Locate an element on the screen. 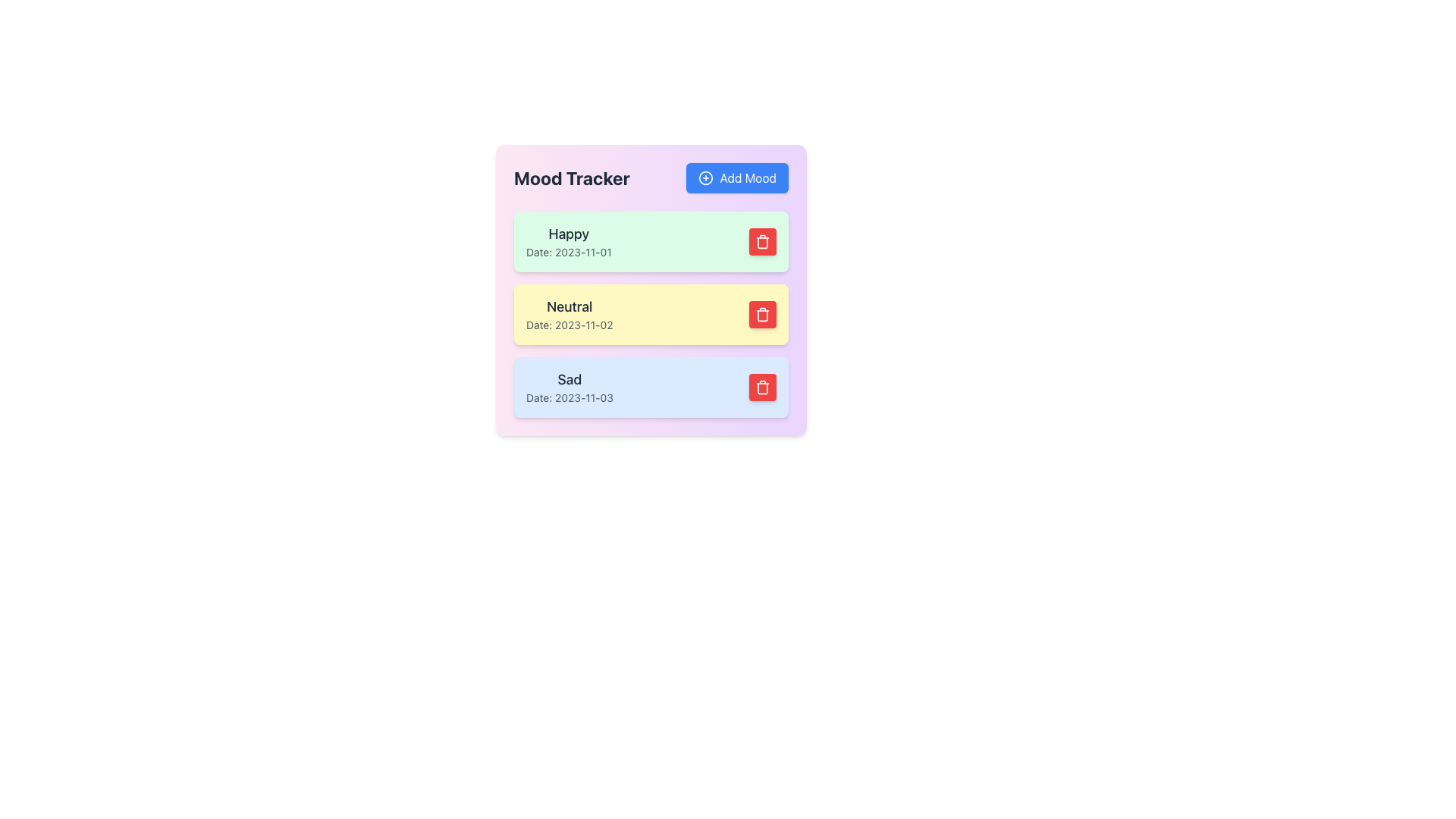 The width and height of the screenshot is (1456, 819). the circular icon with a plus sign inside it, which is part of the 'Add Mood' button located in the top-right corner of the 'Mood Tracker' section is located at coordinates (705, 177).